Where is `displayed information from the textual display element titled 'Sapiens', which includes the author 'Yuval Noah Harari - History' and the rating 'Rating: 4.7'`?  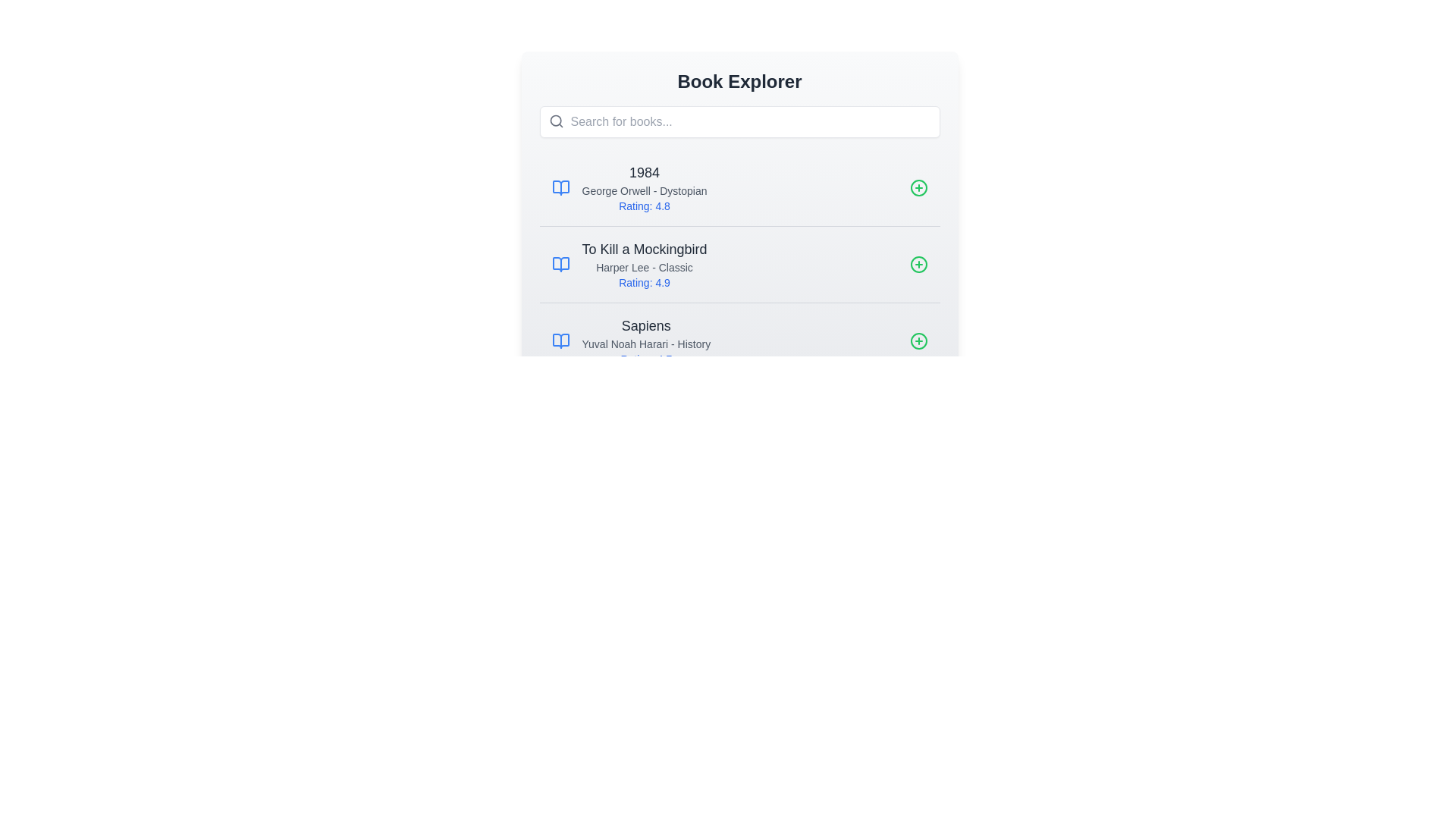 displayed information from the textual display element titled 'Sapiens', which includes the author 'Yuval Noah Harari - History' and the rating 'Rating: 4.7' is located at coordinates (646, 341).